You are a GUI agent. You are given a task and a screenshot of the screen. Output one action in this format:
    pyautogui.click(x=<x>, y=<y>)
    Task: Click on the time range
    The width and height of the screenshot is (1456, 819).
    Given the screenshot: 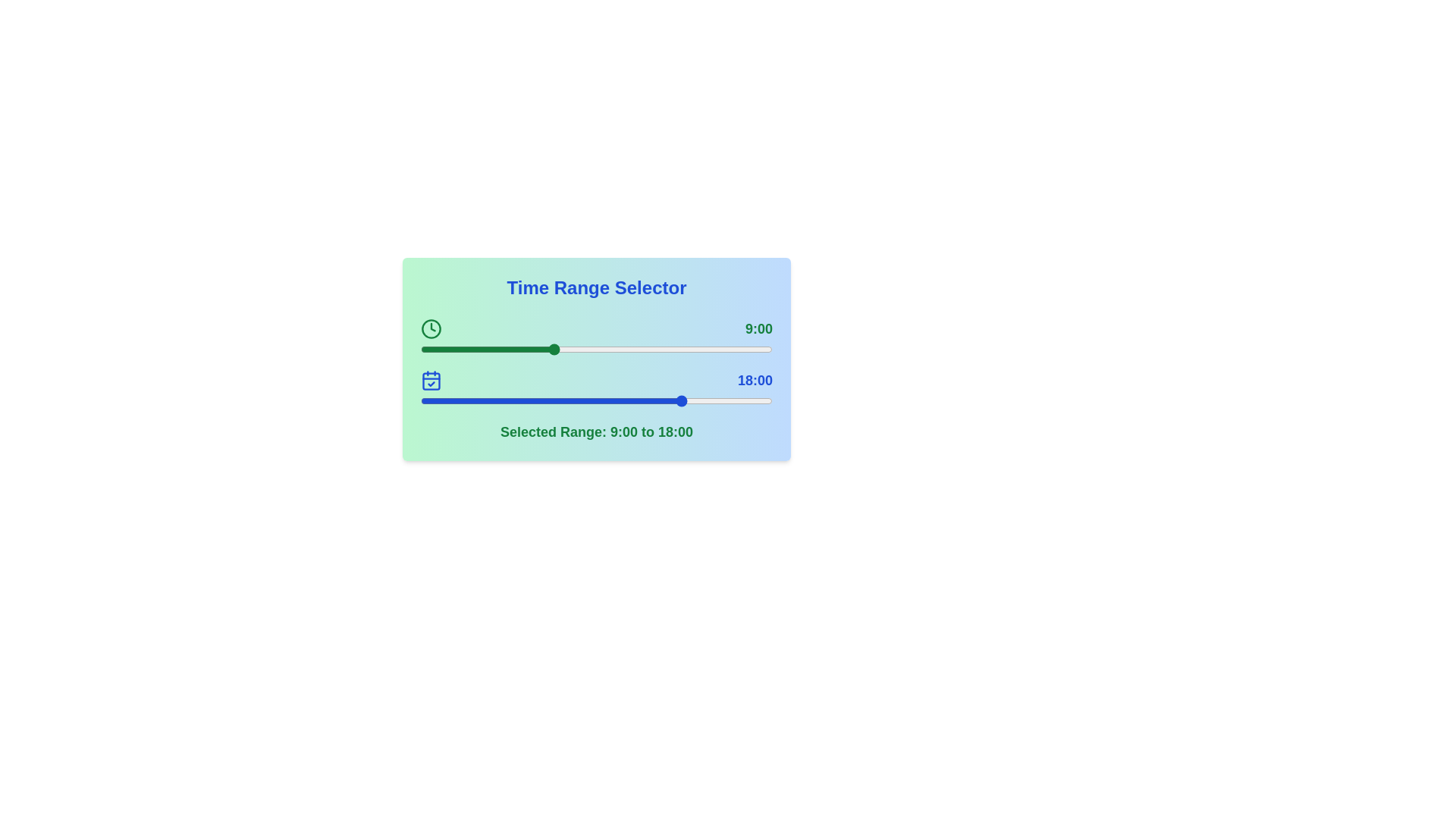 What is the action you would take?
    pyautogui.click(x=655, y=400)
    